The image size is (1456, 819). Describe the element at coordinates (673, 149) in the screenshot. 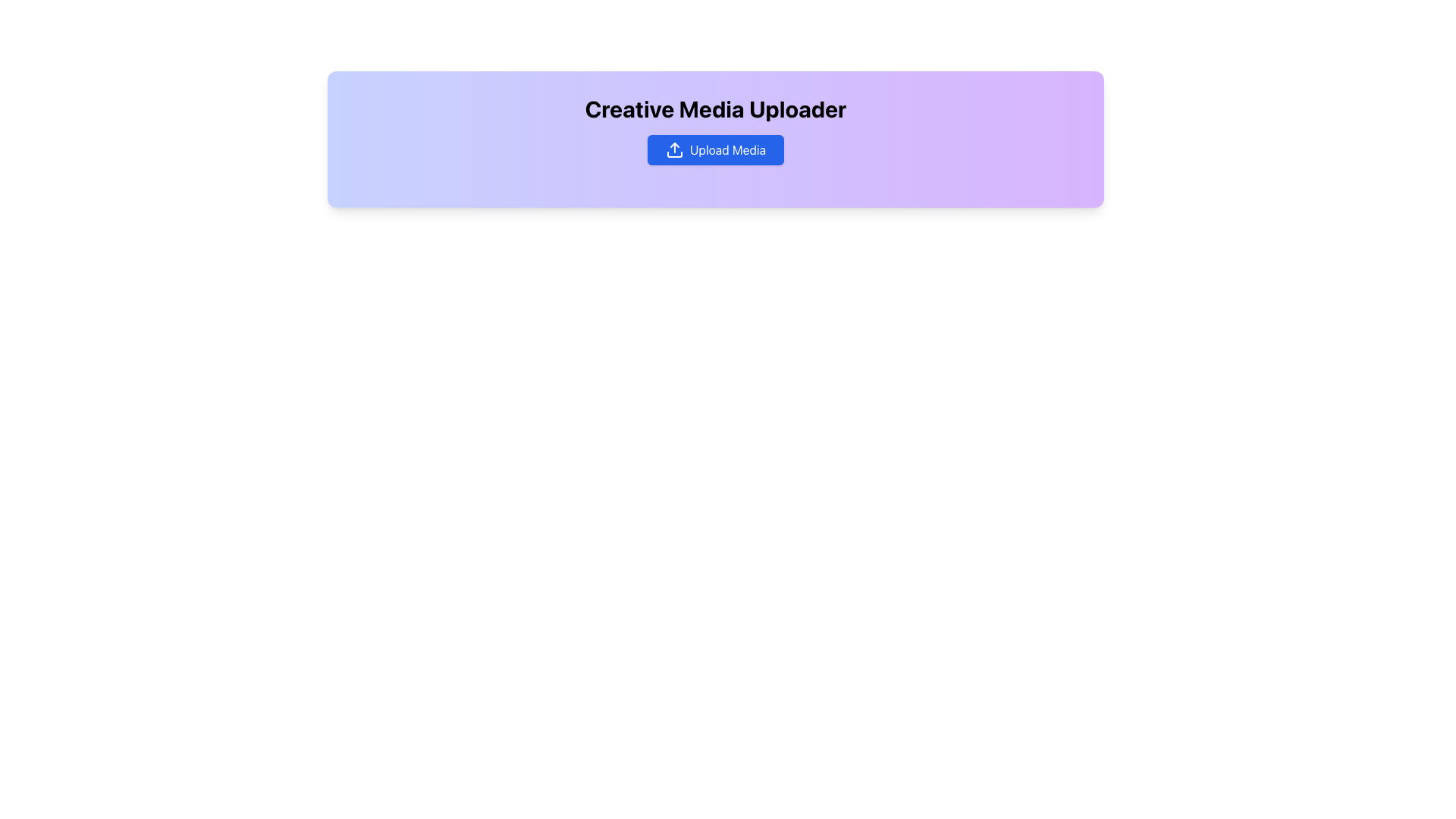

I see `the upward arrow icon in the 'Upload Media' button, which is located to the left of the button text` at that location.